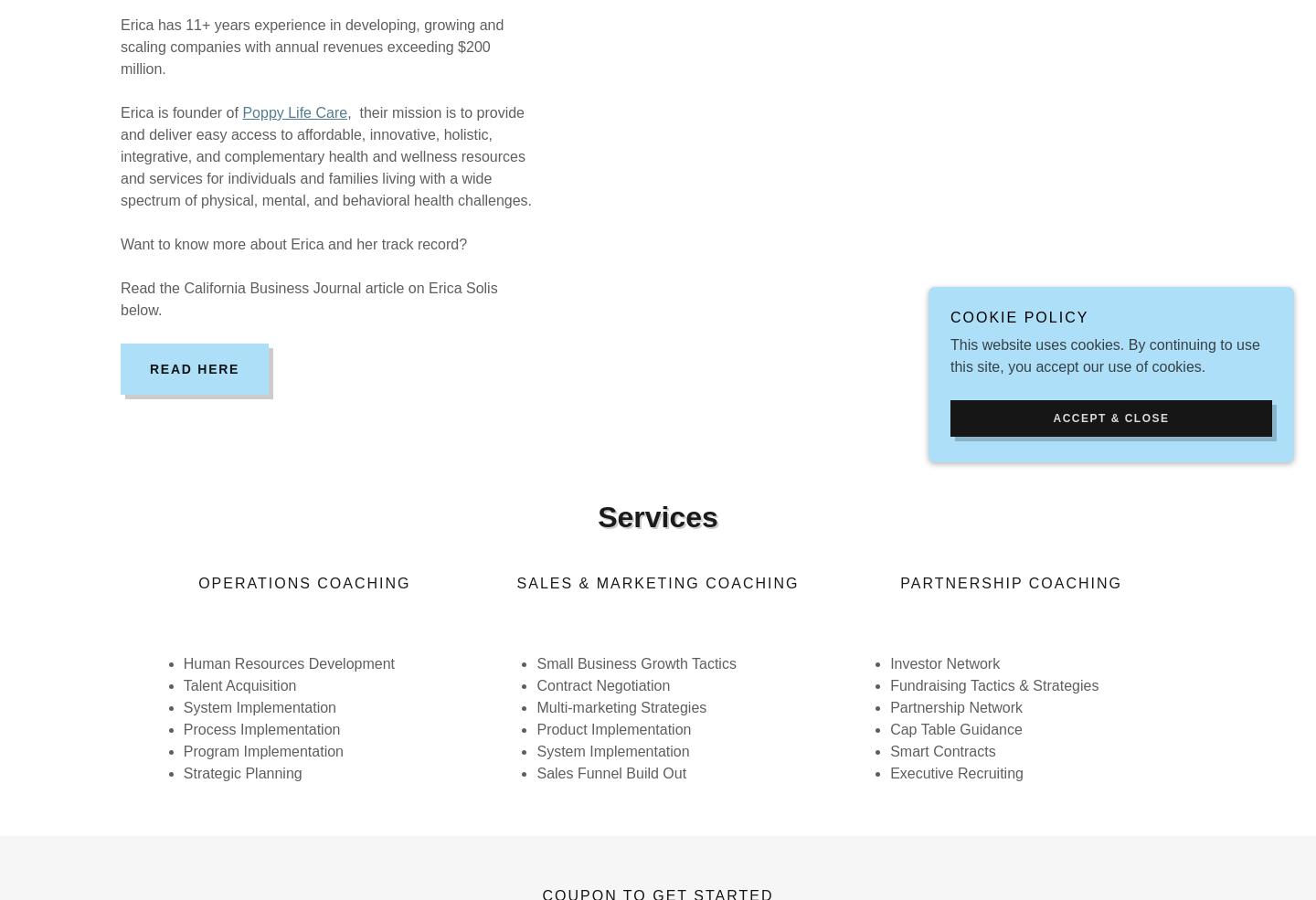  What do you see at coordinates (597, 515) in the screenshot?
I see `'Services'` at bounding box center [597, 515].